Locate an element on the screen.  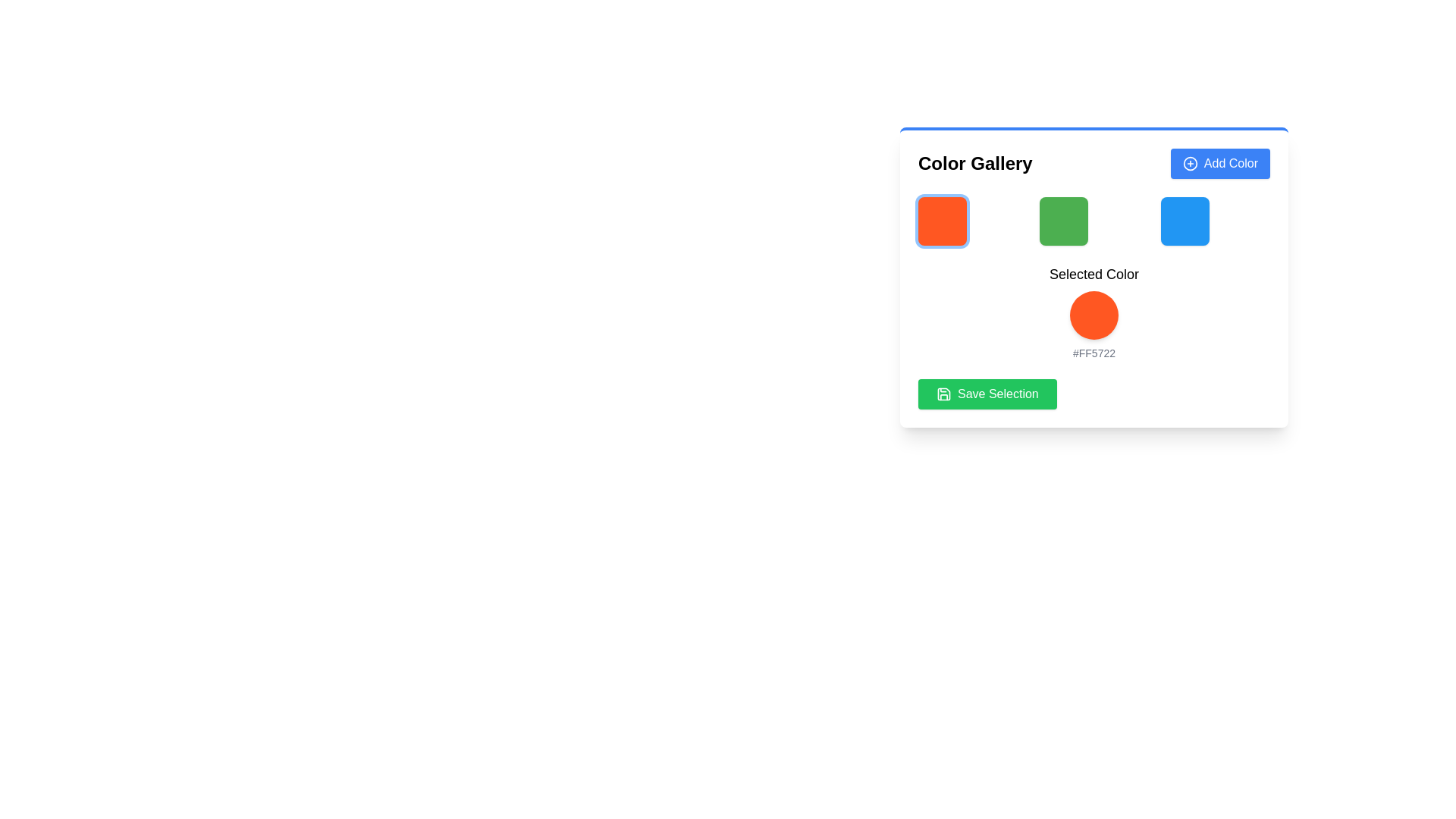
the second selectable color swatch in the Color Gallery is located at coordinates (1062, 221).